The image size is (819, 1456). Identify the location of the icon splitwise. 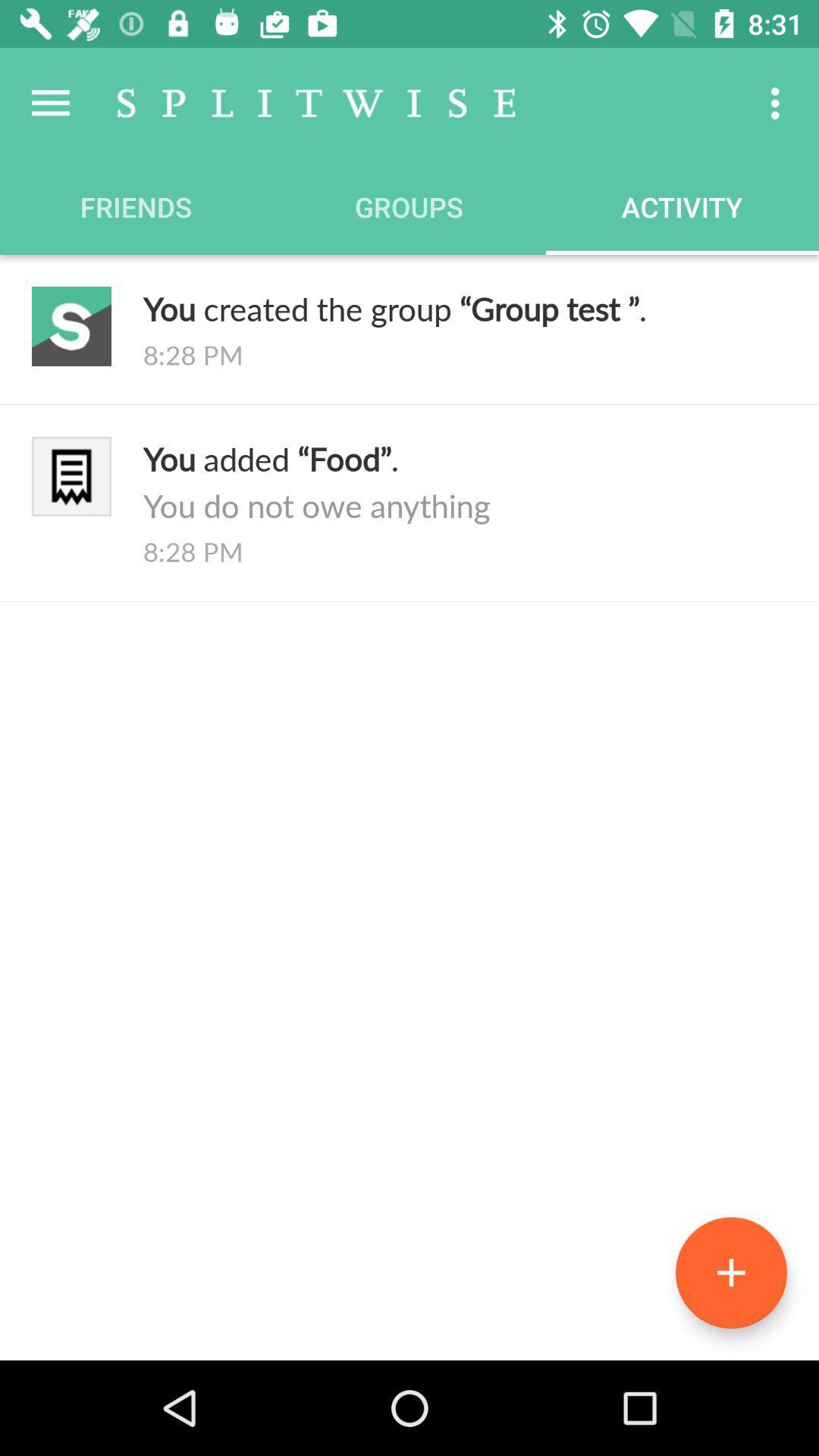
(315, 102).